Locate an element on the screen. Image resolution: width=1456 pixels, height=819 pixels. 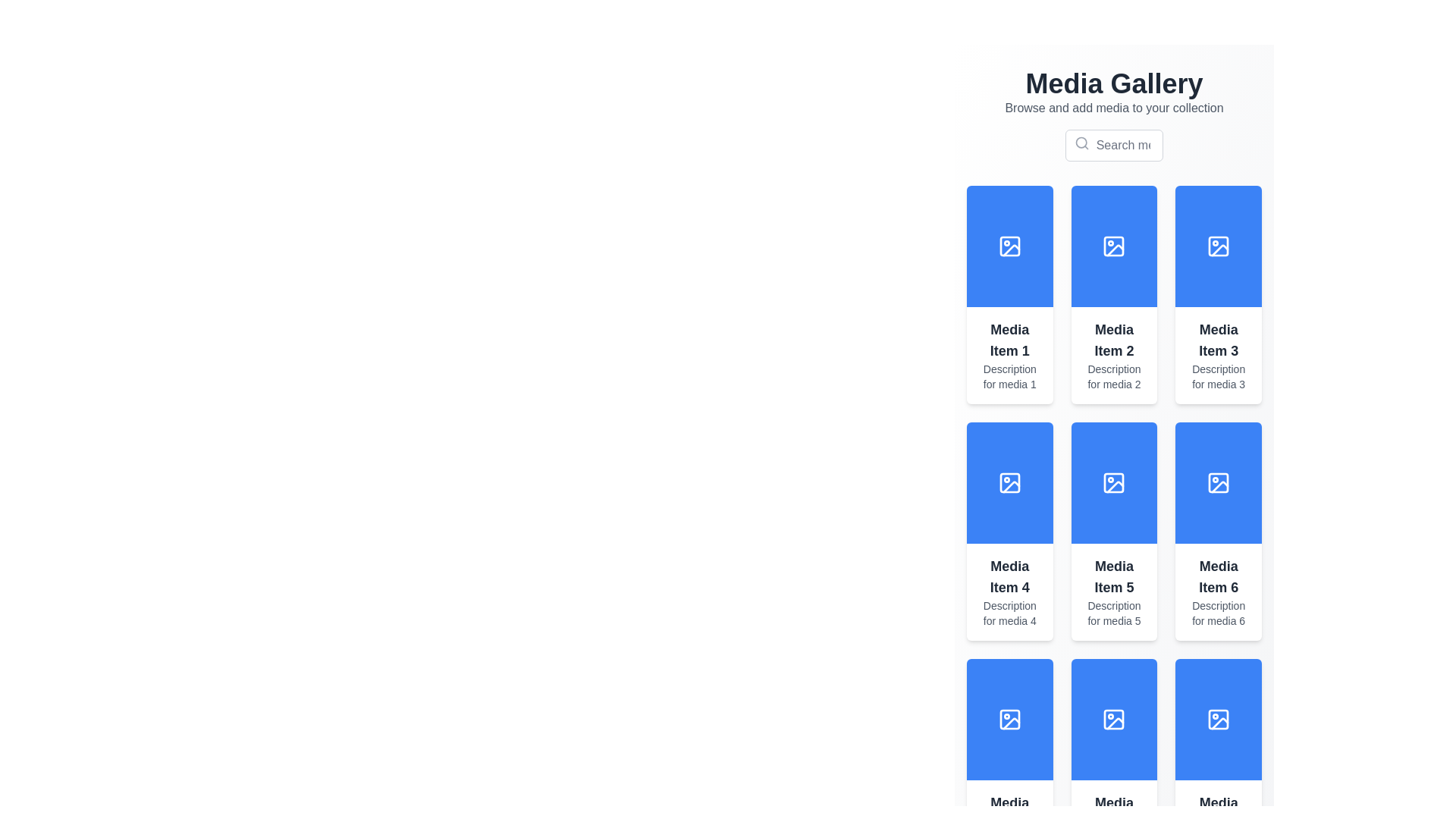
text content from the text block titled 'Media Item 3' which contains a description 'Description for media 3', centrally aligned within its card component is located at coordinates (1219, 356).